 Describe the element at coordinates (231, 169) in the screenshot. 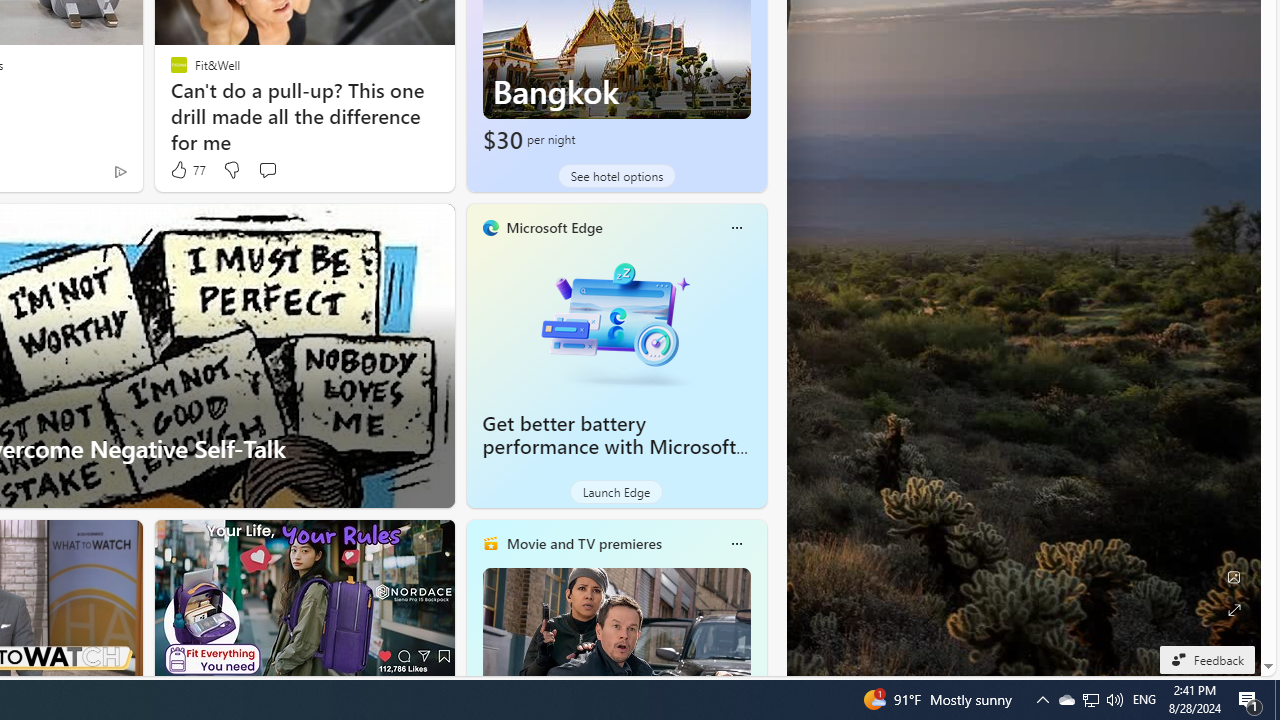

I see `'Dislike'` at that location.